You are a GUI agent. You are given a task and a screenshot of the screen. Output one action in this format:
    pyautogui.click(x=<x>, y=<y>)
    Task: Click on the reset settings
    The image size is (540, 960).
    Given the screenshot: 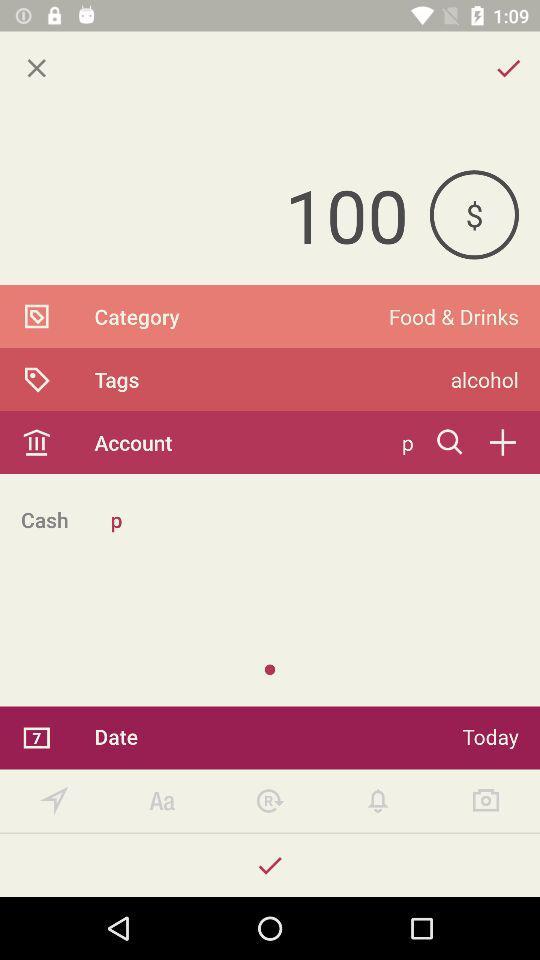 What is the action you would take?
    pyautogui.click(x=270, y=801)
    